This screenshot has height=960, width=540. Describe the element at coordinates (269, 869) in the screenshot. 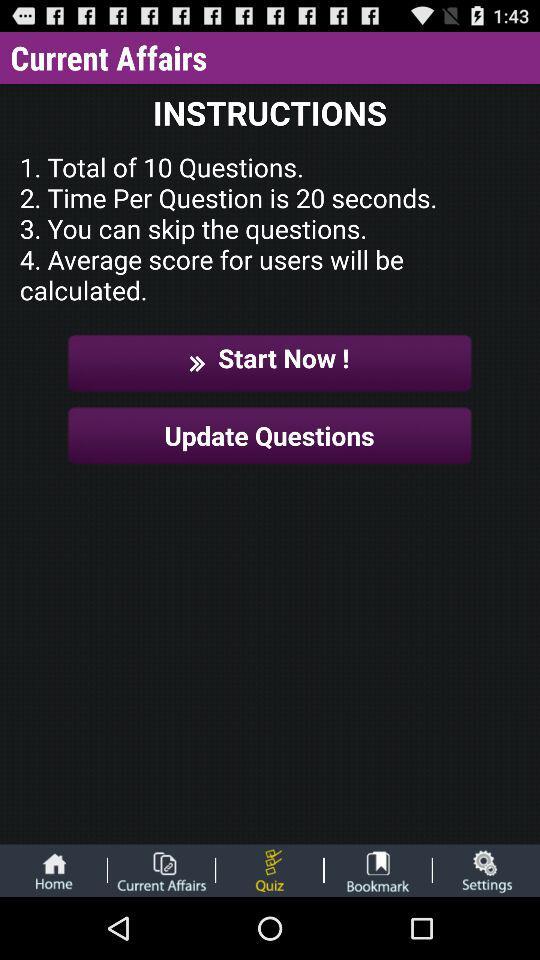

I see `app quiz` at that location.